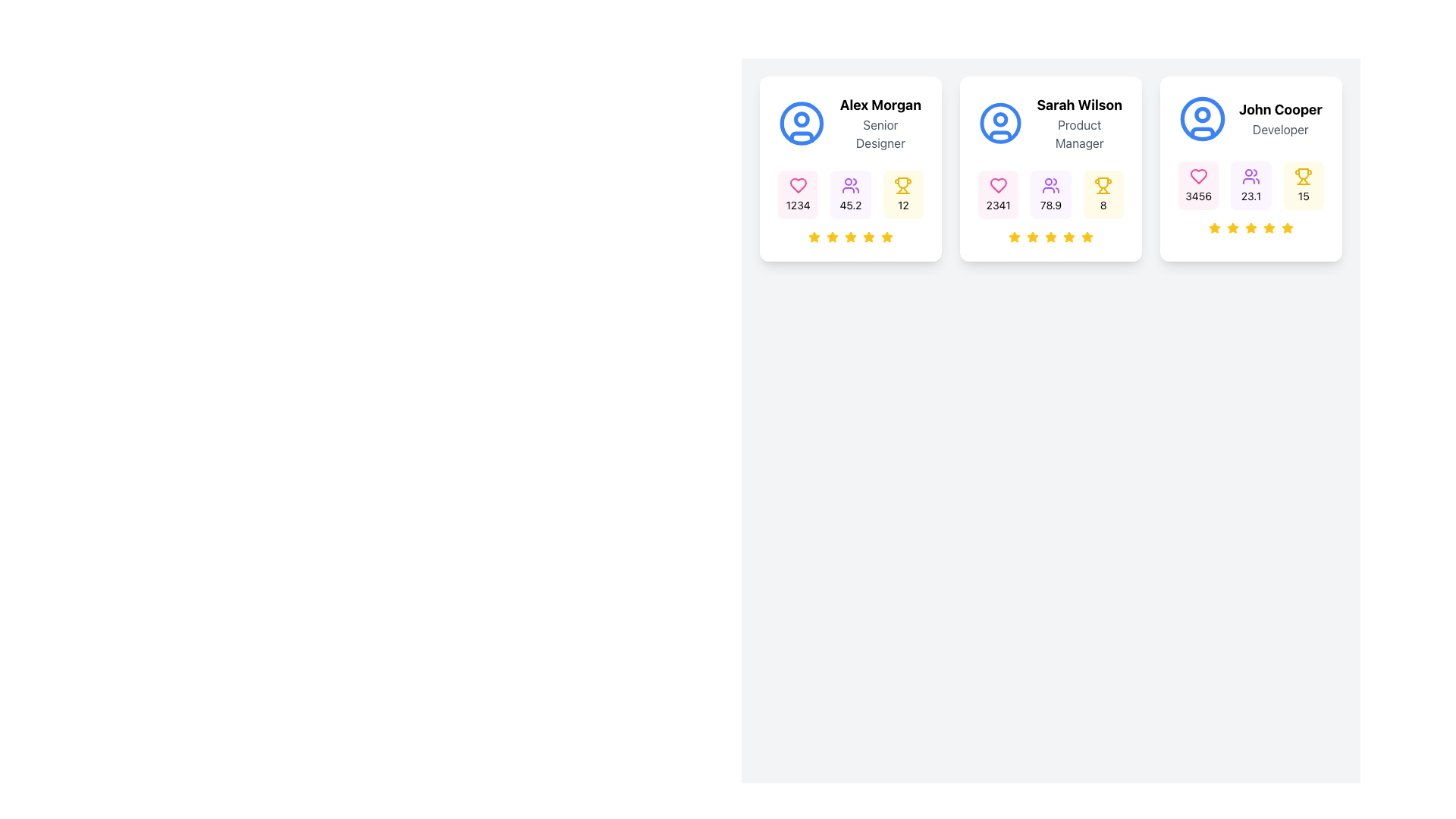  What do you see at coordinates (902, 194) in the screenshot?
I see `the Data Display element that shows a trophy icon with the number '12'` at bounding box center [902, 194].